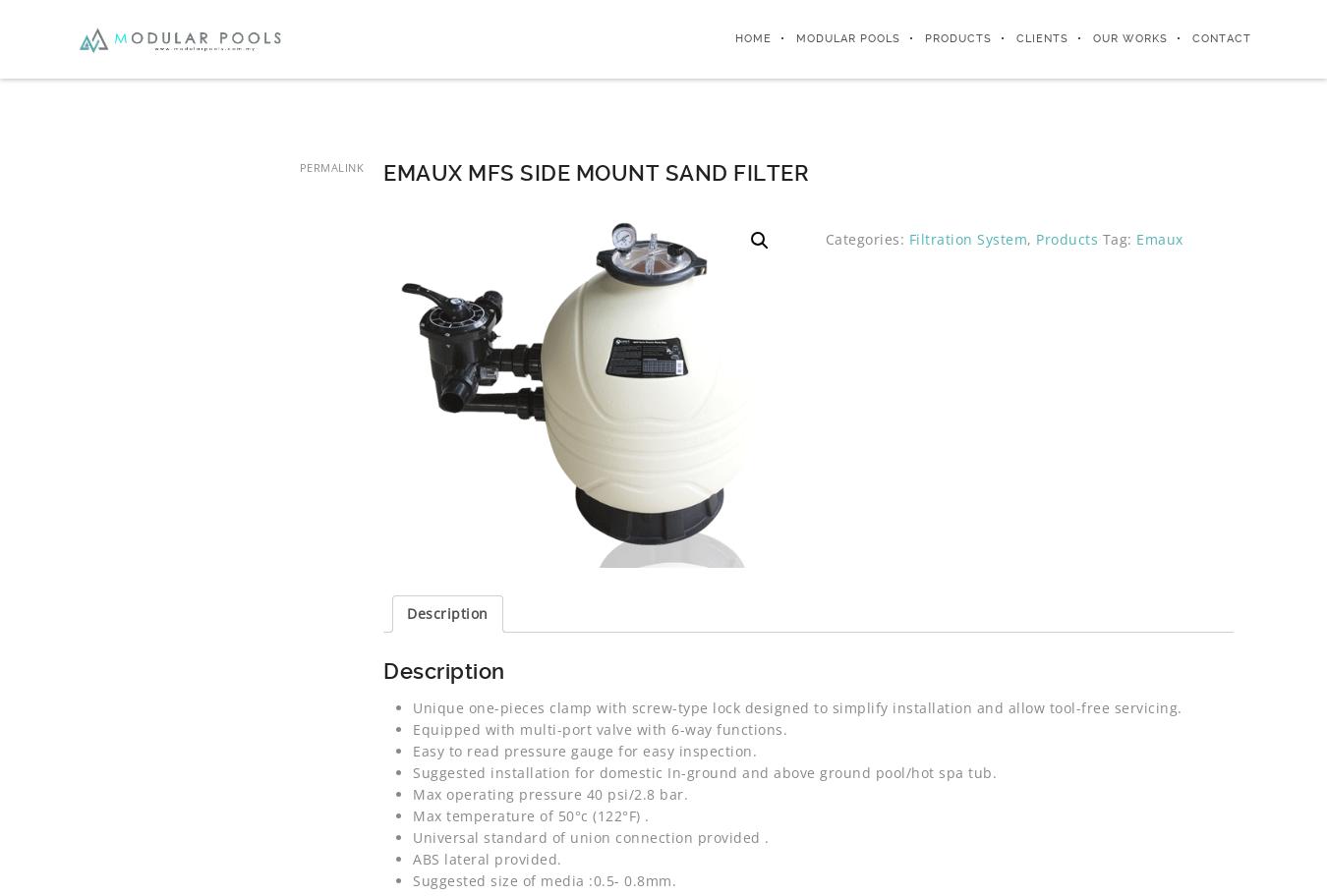  I want to click on 'Suggested installation for domestic In-ground and above ground pool/hot spa tub.', so click(412, 771).